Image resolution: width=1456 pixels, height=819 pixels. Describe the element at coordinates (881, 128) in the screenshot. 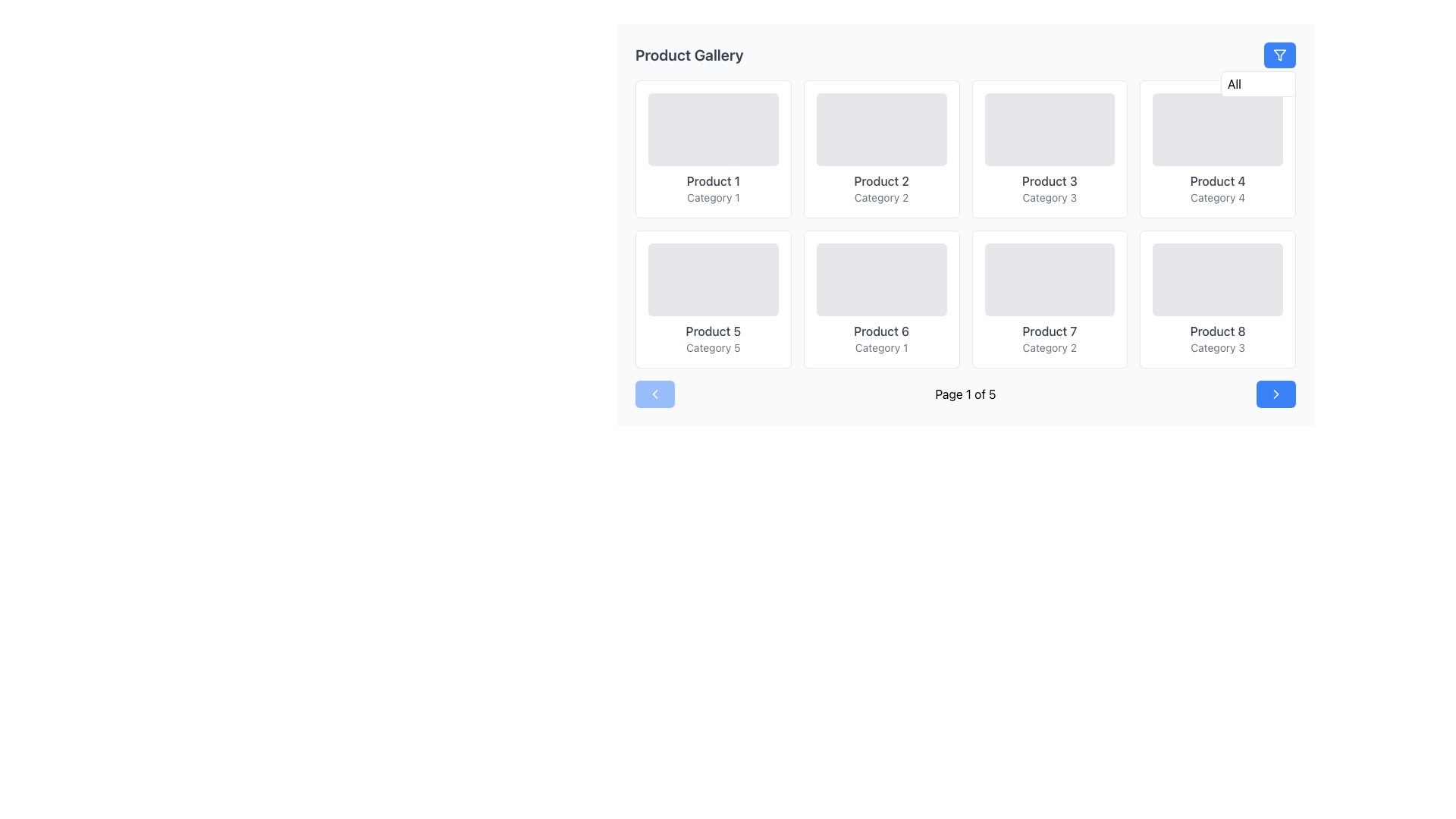

I see `the Image placeholder for 'Product 2' in 'Category 2' located within the 'Product Gallery' grid layout` at that location.